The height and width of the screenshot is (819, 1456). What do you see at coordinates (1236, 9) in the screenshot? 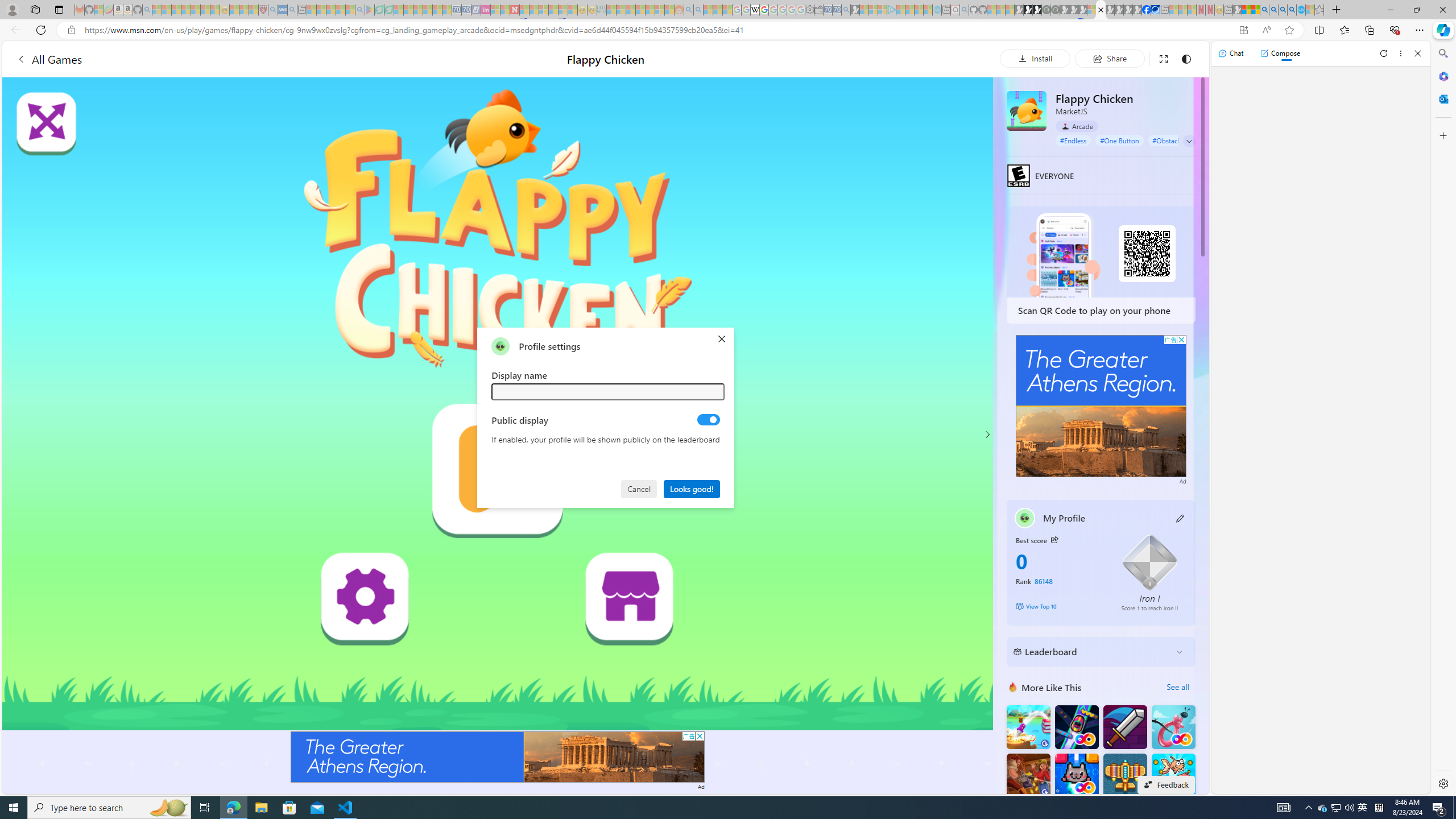
I see `'MSN - Sleeping'` at bounding box center [1236, 9].